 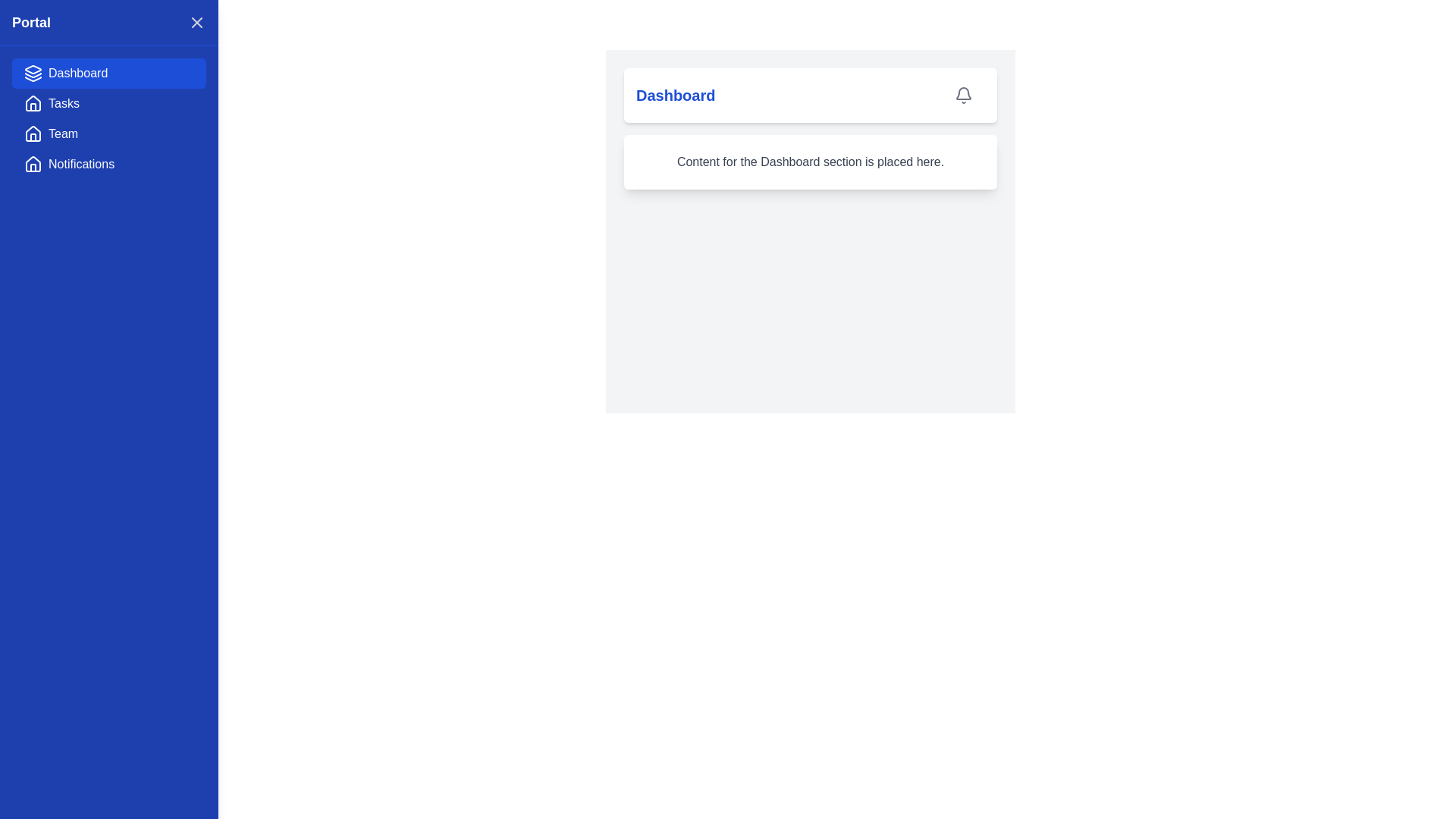 I want to click on the house-shaped icon outlined in white, which is filled with blue and located in the 'Notifications' section of the sidebar, so click(x=33, y=164).